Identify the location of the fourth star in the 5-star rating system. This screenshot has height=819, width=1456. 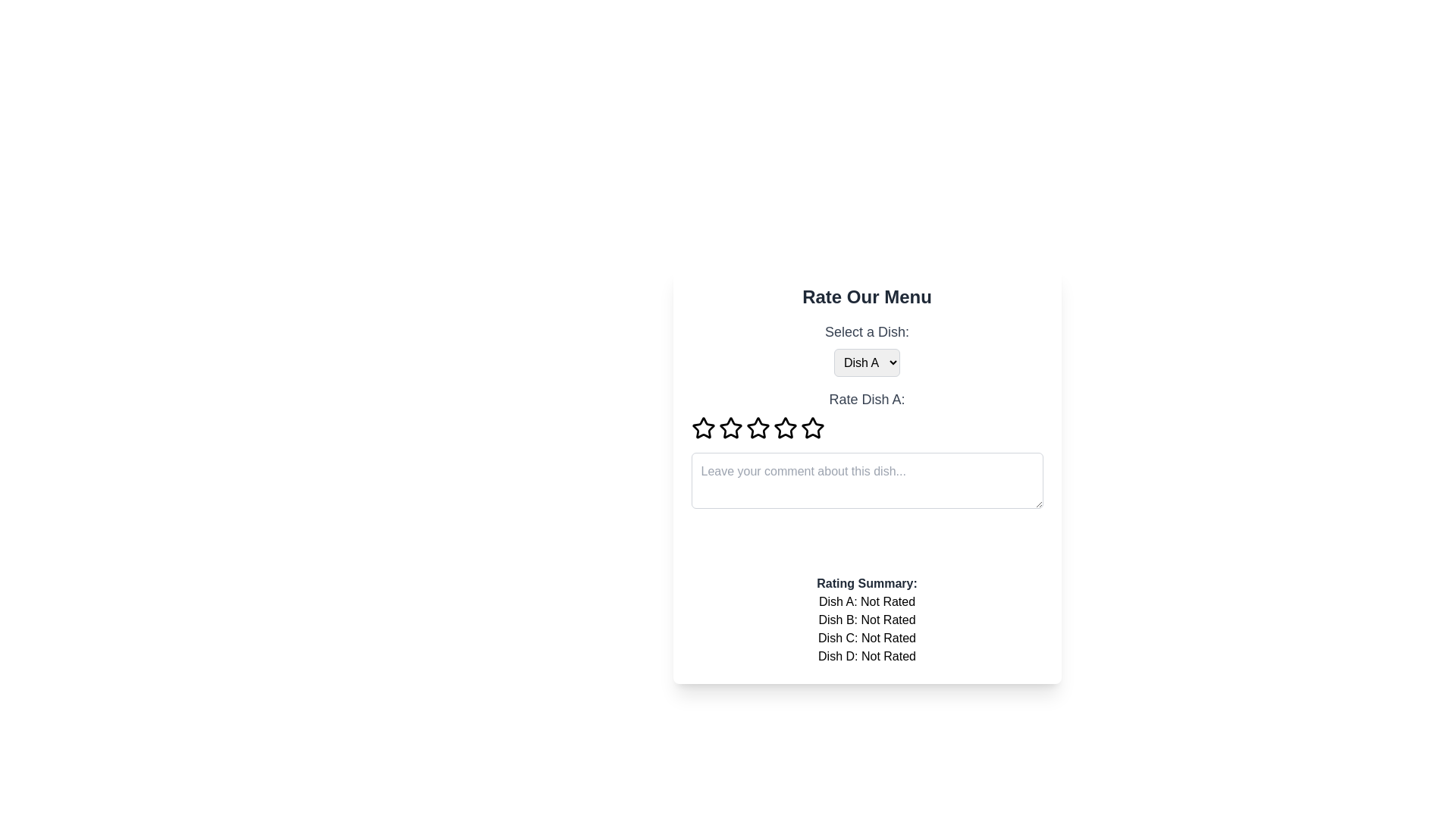
(811, 428).